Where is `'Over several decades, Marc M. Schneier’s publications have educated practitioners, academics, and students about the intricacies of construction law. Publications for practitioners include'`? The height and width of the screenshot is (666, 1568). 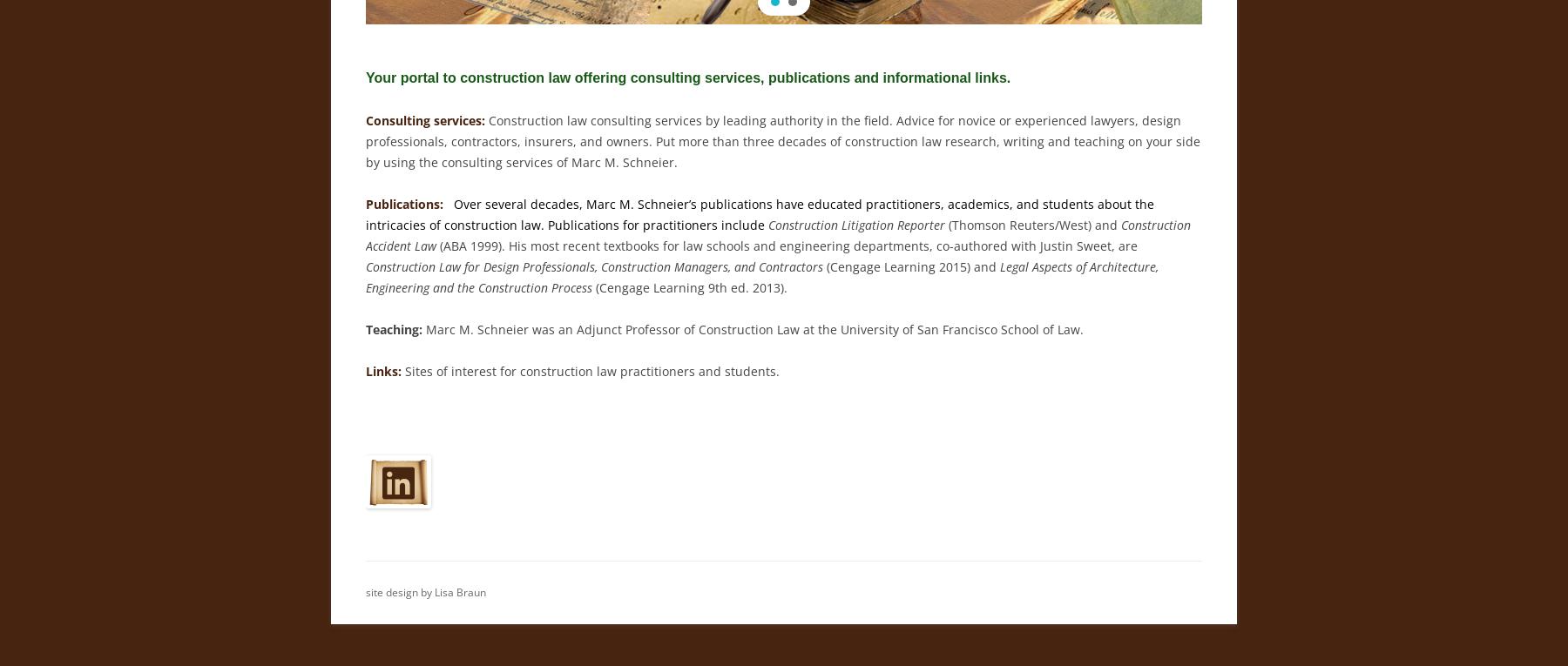
'Over several decades, Marc M. Schneier’s publications have educated practitioners, academics, and students about the intricacies of construction law. Publications for practitioners include' is located at coordinates (760, 214).